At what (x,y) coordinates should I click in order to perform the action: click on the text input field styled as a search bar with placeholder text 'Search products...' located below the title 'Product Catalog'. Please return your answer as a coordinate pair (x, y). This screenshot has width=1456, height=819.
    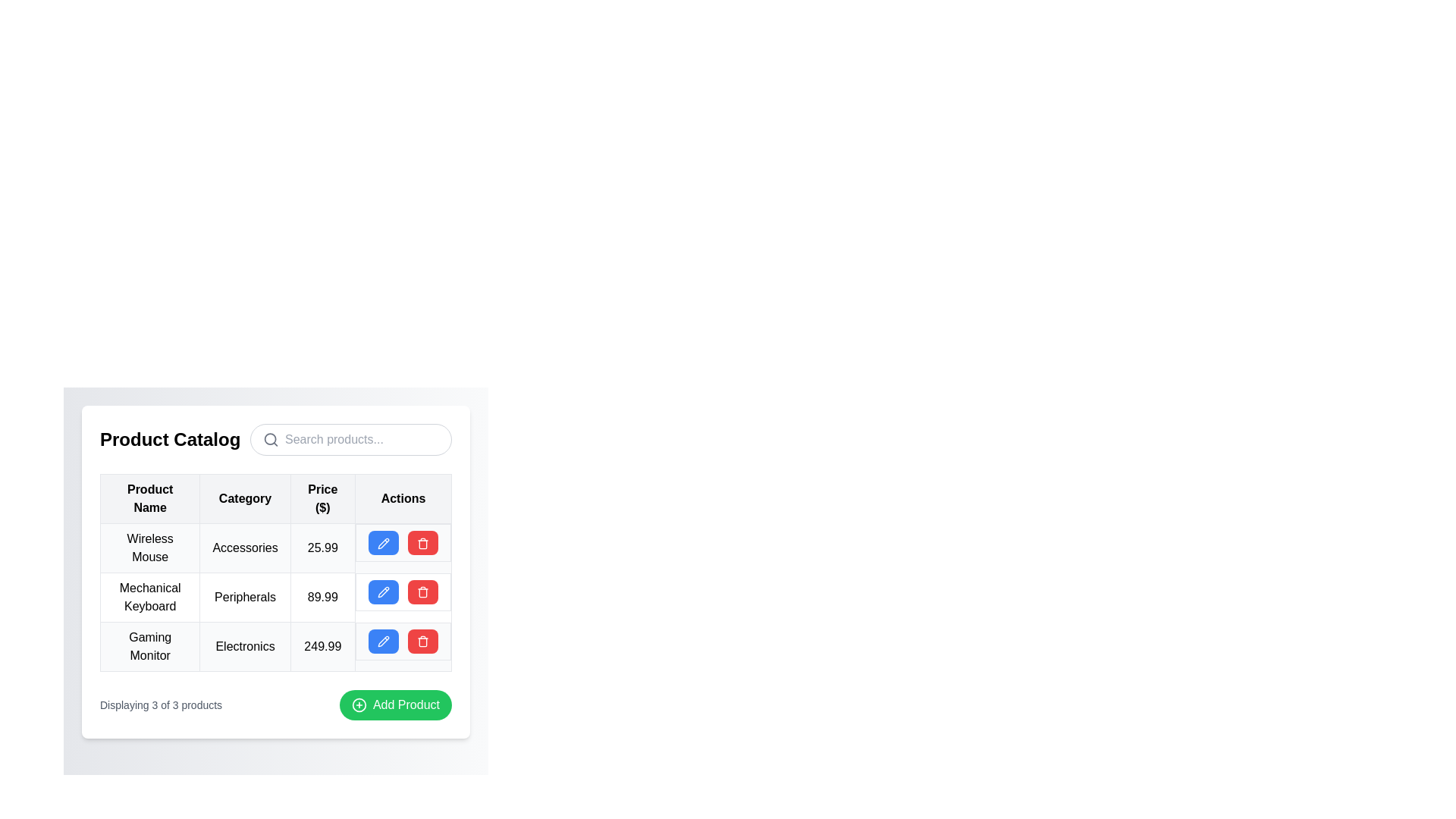
    Looking at the image, I should click on (361, 439).